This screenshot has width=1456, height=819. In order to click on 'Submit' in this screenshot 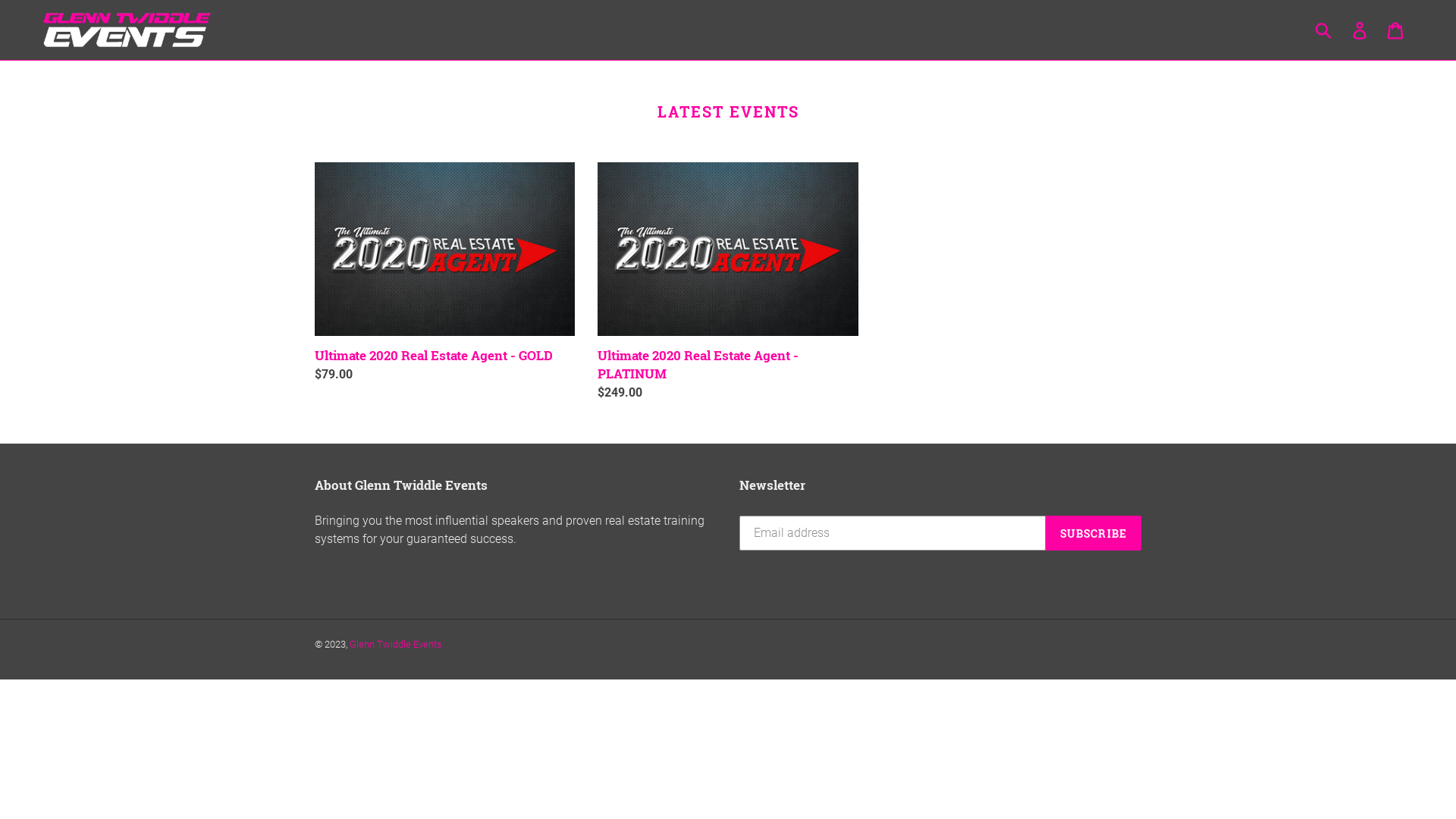, I will do `click(1323, 29)`.